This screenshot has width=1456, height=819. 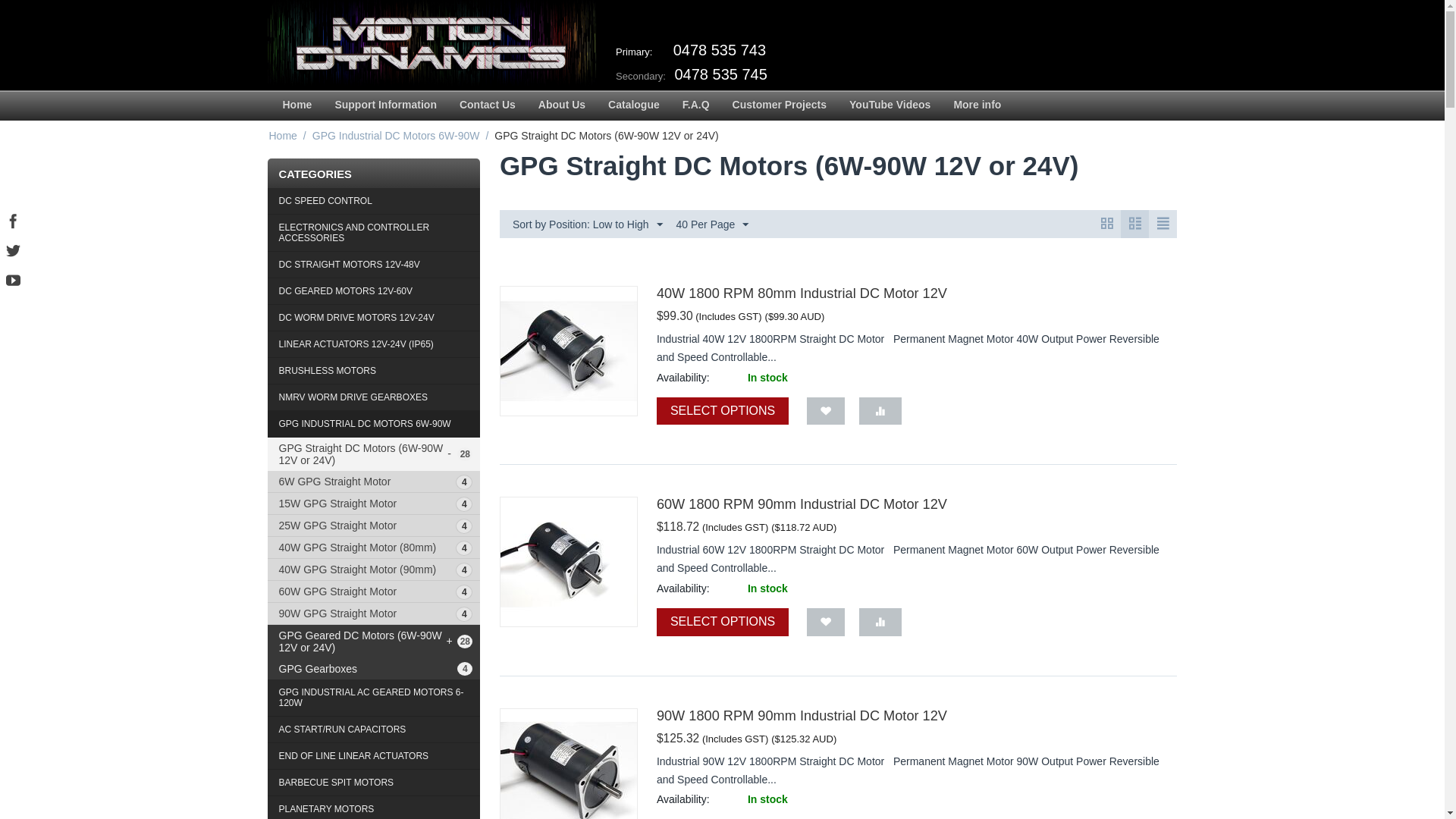 I want to click on 'Catalogue', so click(x=633, y=105).